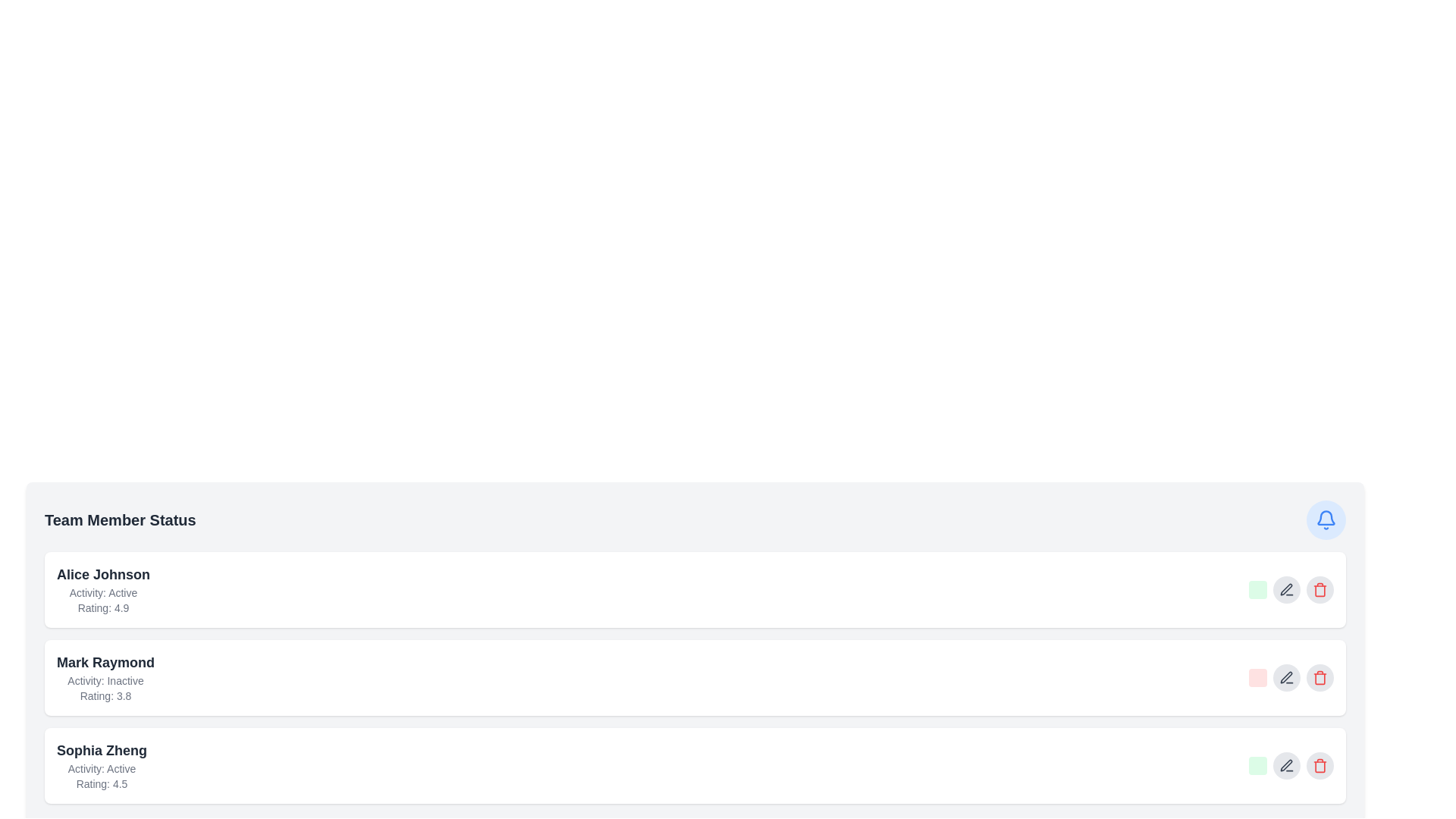  What do you see at coordinates (1291, 589) in the screenshot?
I see `the pen icon button, which is the second button in a row of three buttons on the card for 'Alice Johnson'` at bounding box center [1291, 589].